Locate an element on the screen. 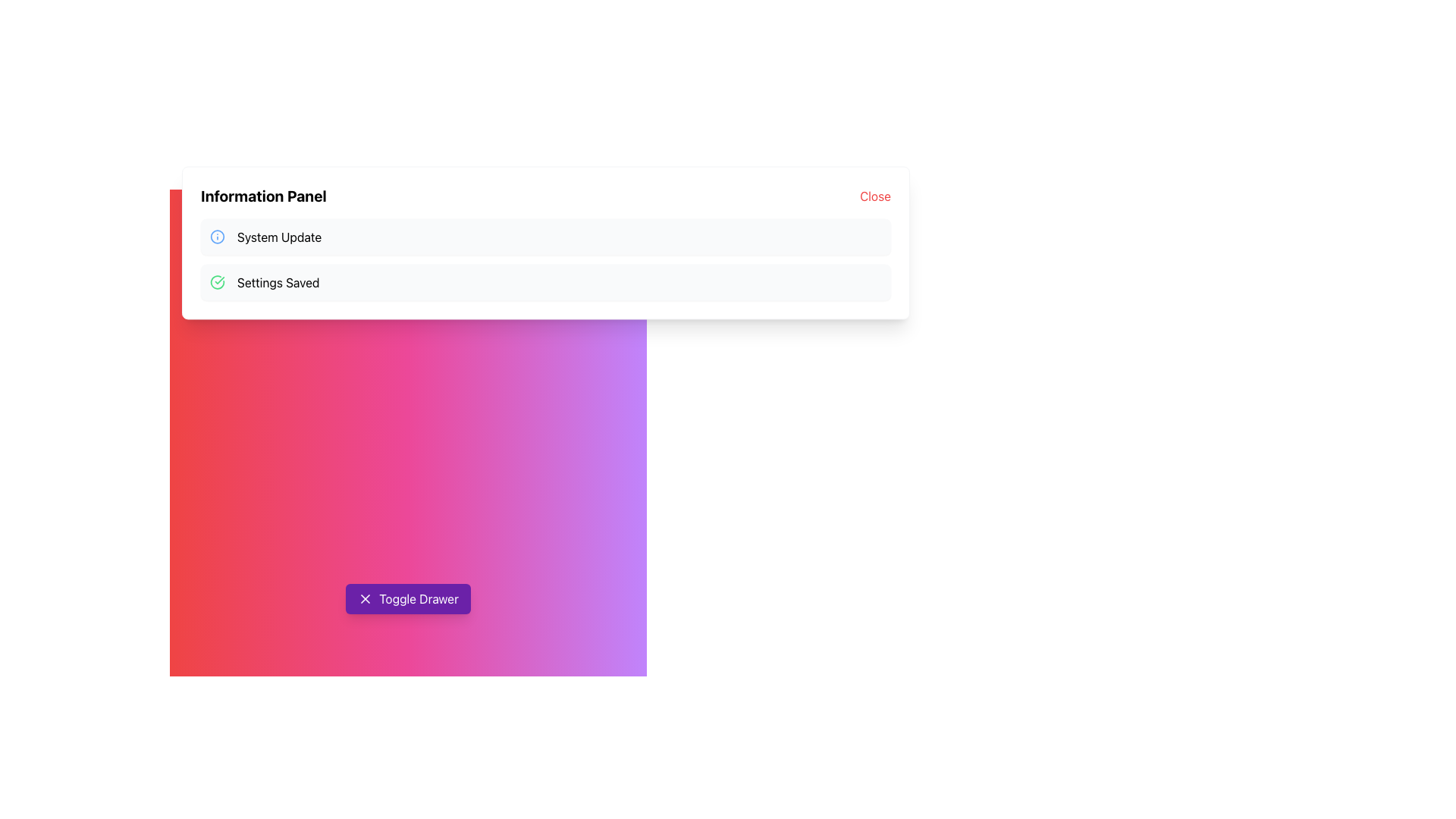 Image resolution: width=1456 pixels, height=819 pixels. the status indicator icon located to the left of the 'Settings Saved' text in the structured information list is located at coordinates (217, 282).